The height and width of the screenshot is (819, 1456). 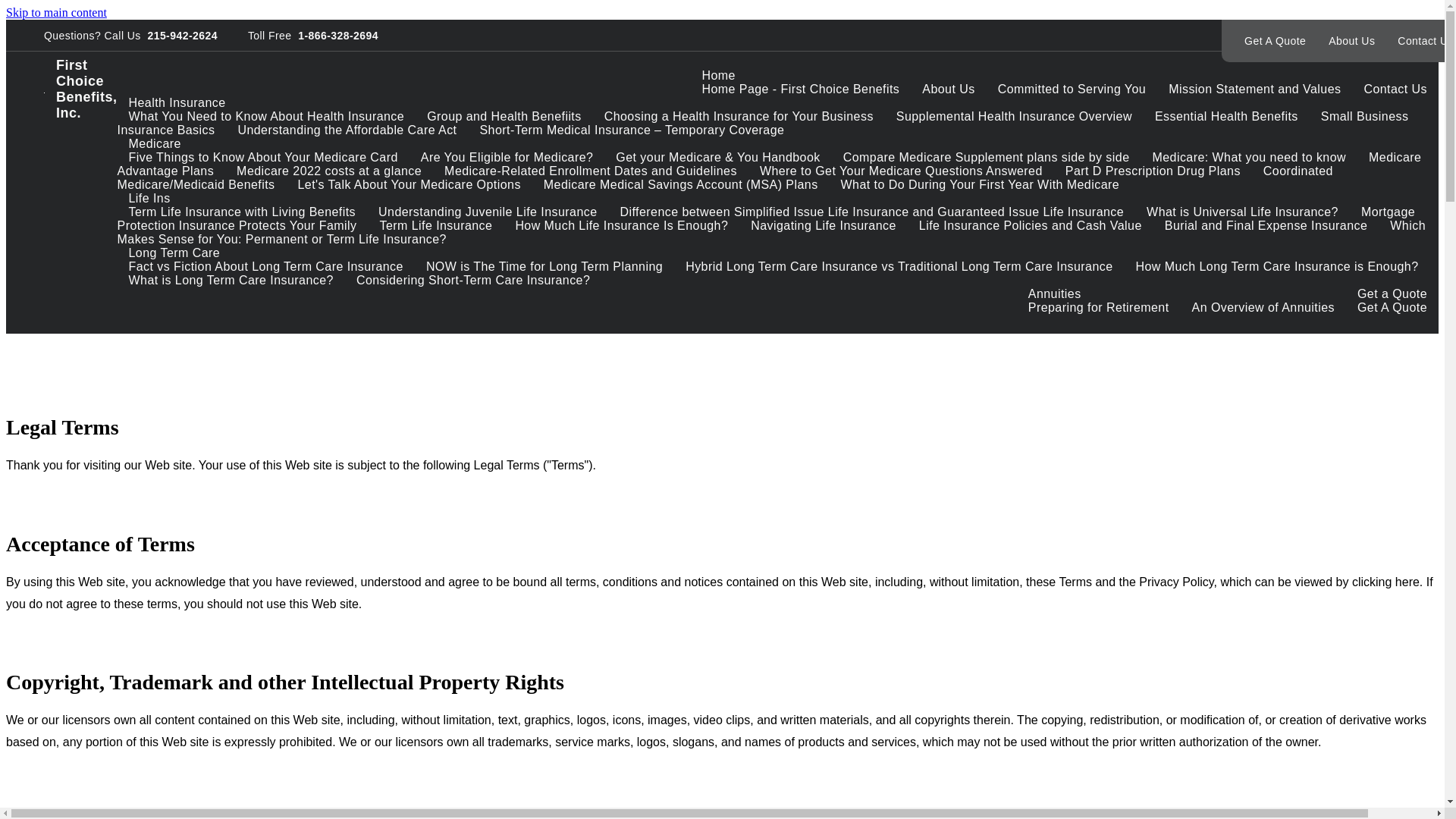 I want to click on 'First Choice Benefits, Inc.', so click(x=80, y=89).